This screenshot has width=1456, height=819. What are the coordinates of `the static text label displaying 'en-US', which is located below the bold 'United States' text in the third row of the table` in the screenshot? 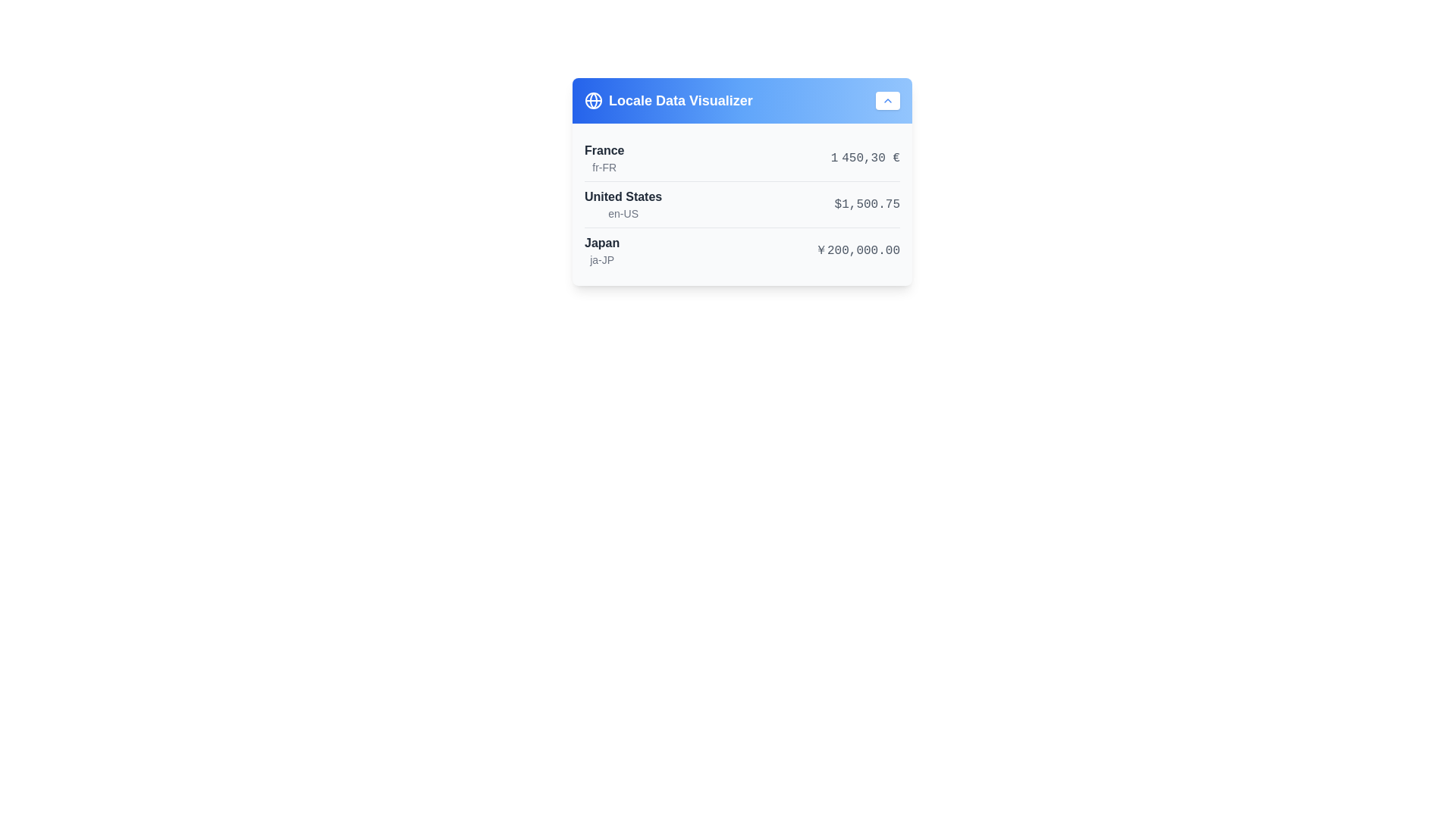 It's located at (623, 213).